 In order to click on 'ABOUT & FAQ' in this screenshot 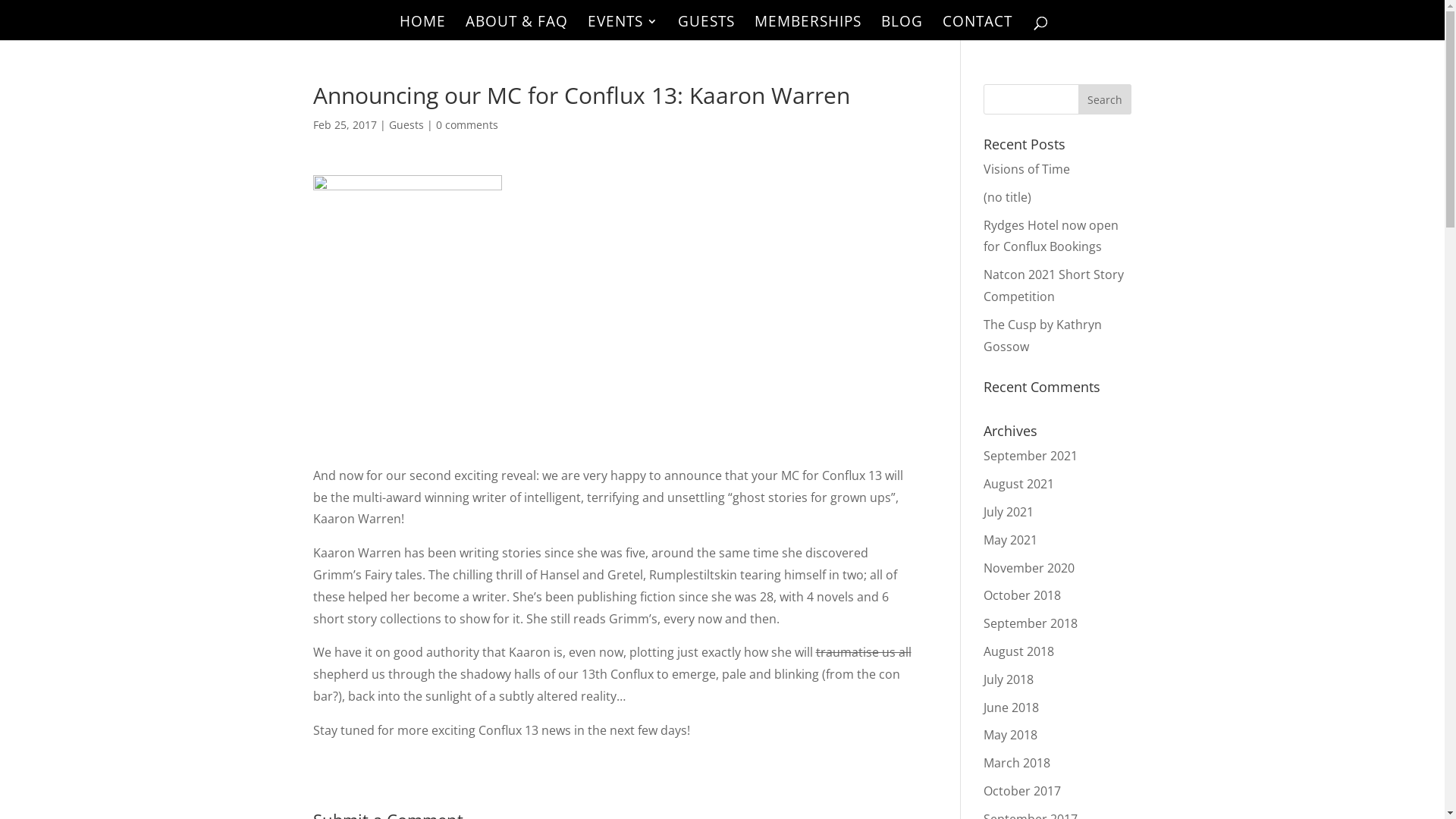, I will do `click(465, 28)`.